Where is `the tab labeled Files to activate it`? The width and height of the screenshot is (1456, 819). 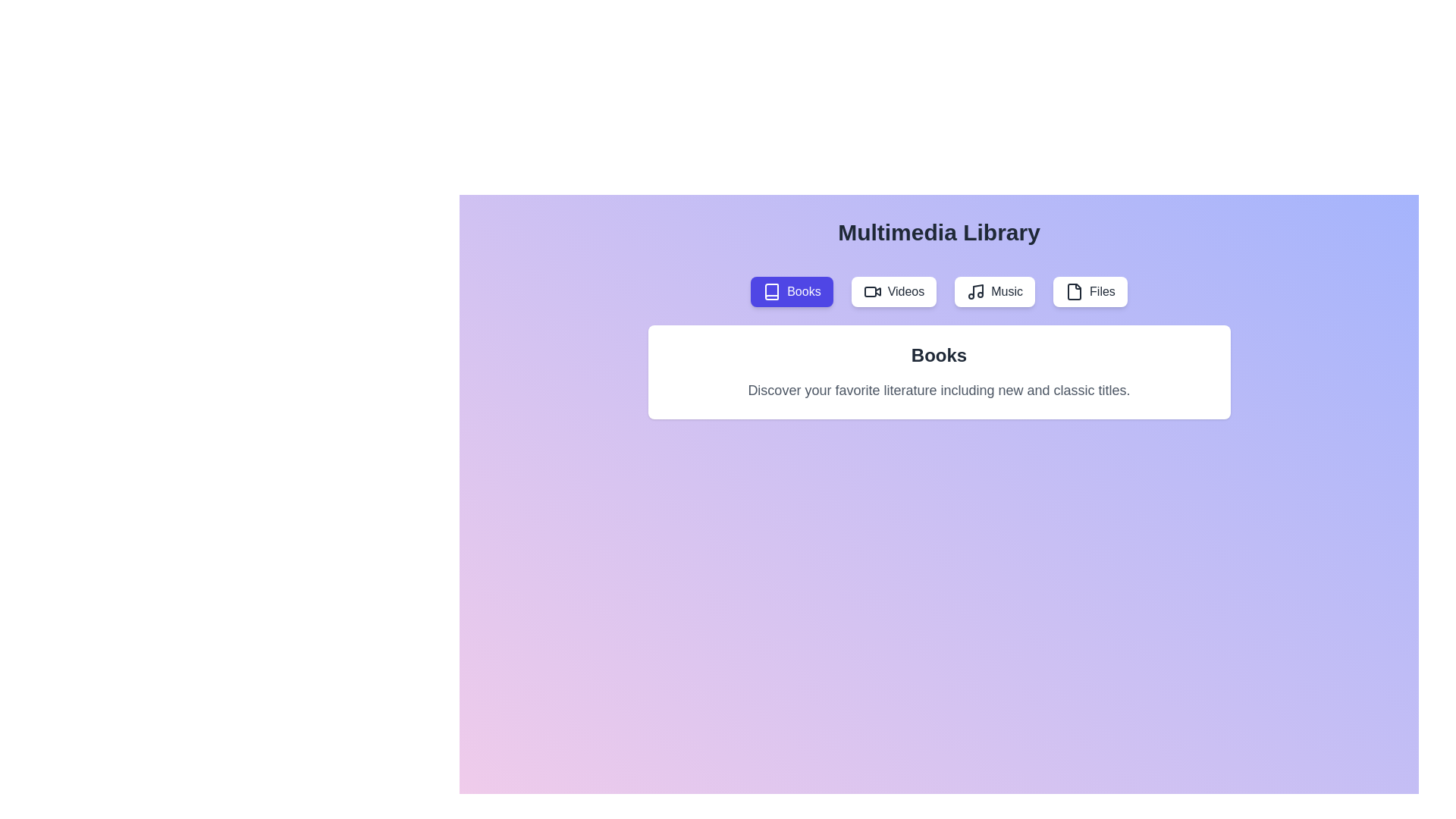
the tab labeled Files to activate it is located at coordinates (1088, 292).